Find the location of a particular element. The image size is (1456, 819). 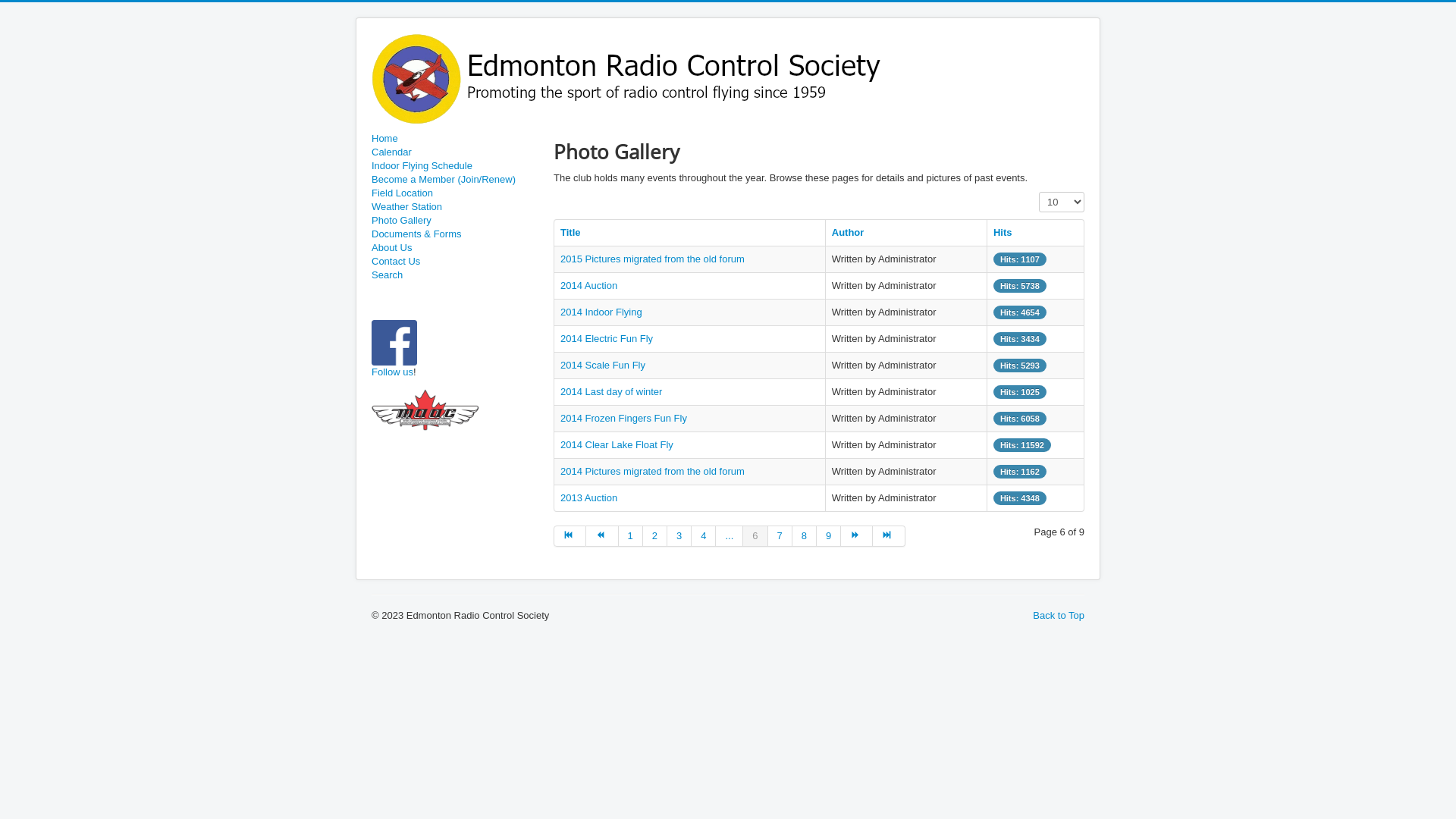

'Follow us' is located at coordinates (371, 372).